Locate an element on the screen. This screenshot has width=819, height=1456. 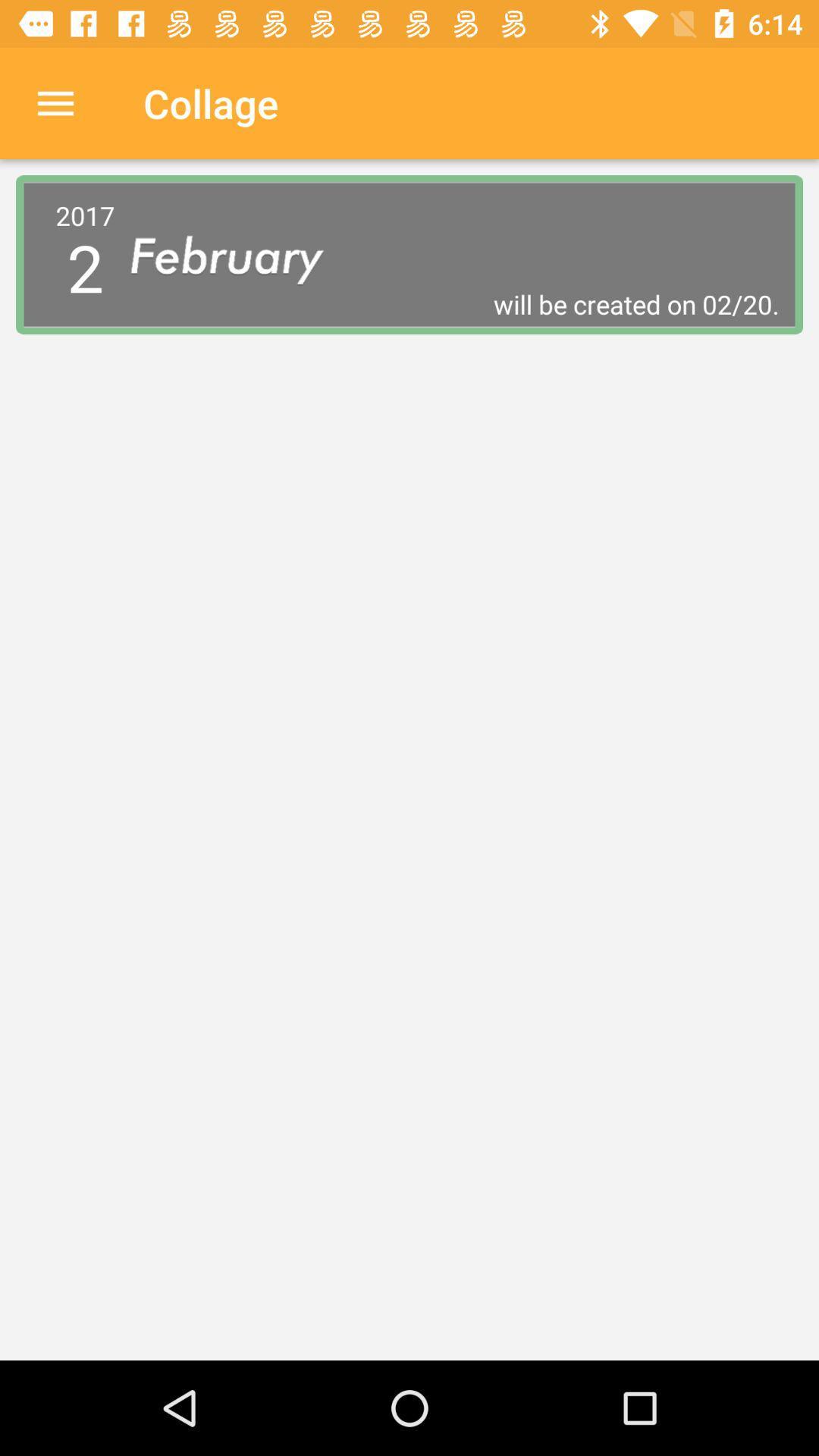
will be created icon is located at coordinates (454, 303).